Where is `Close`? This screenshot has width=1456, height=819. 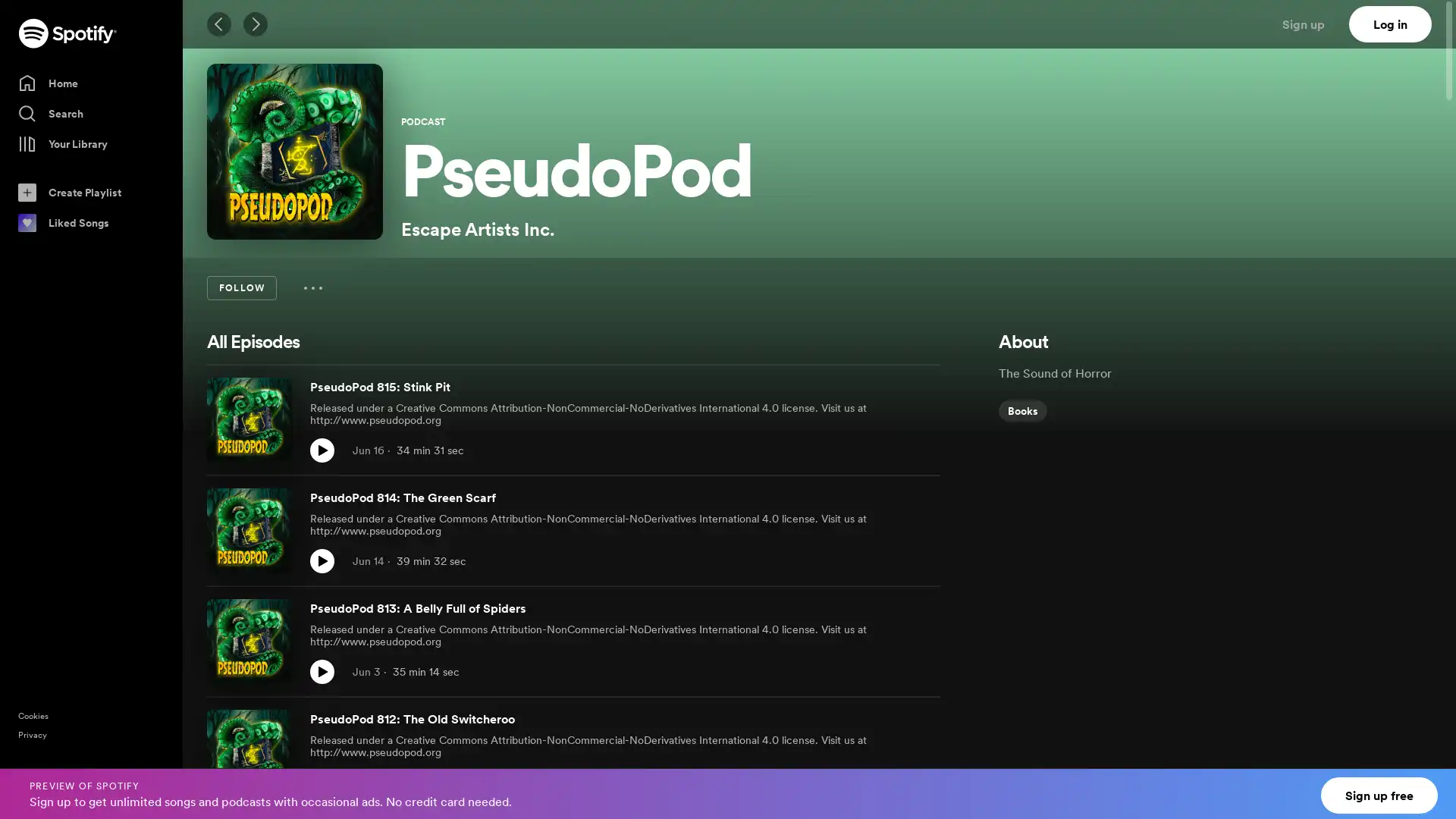
Close is located at coordinates (1430, 784).